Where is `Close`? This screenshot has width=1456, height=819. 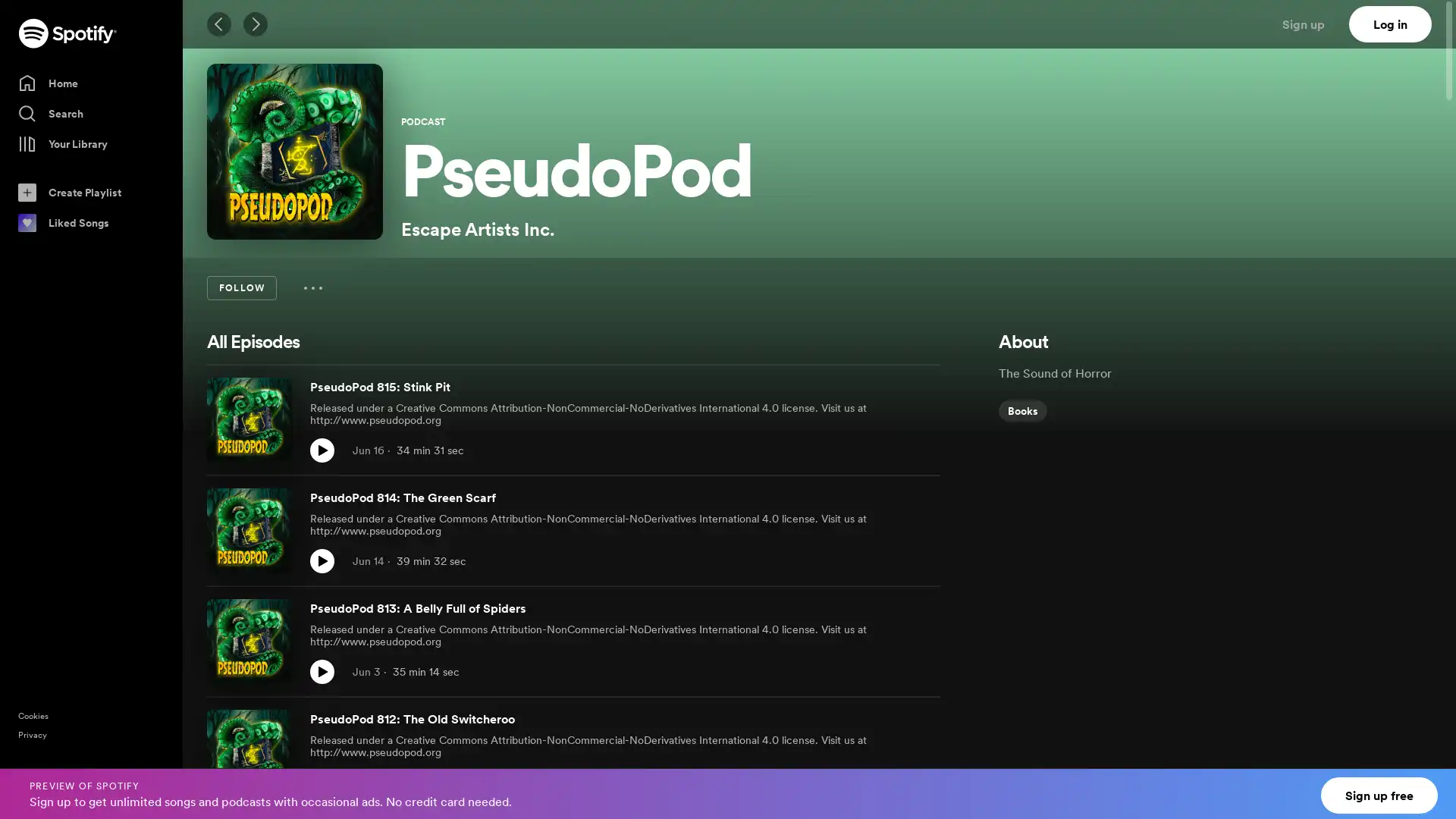
Close is located at coordinates (1430, 784).